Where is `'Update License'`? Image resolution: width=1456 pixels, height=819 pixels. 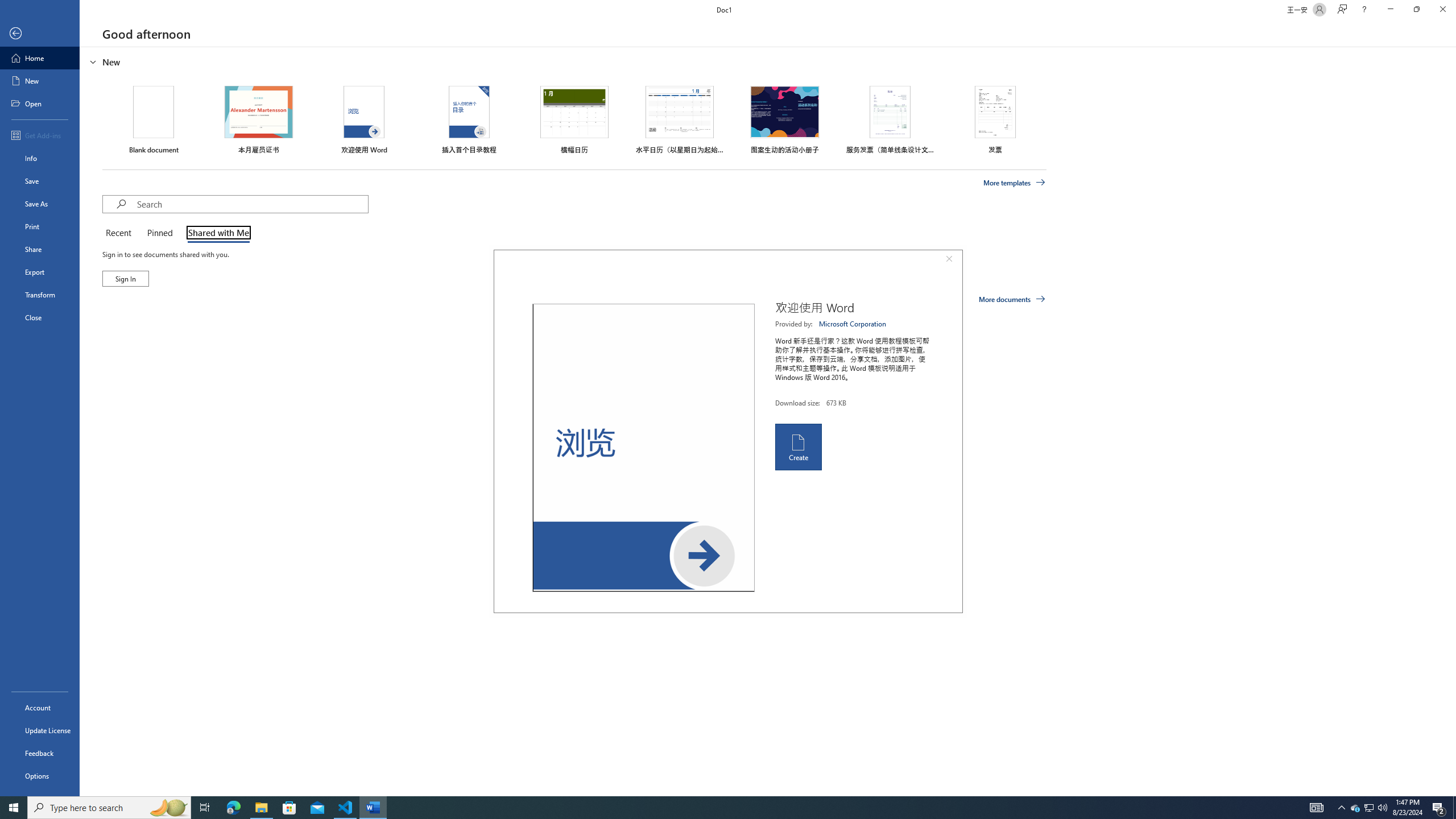 'Update License' is located at coordinates (39, 730).